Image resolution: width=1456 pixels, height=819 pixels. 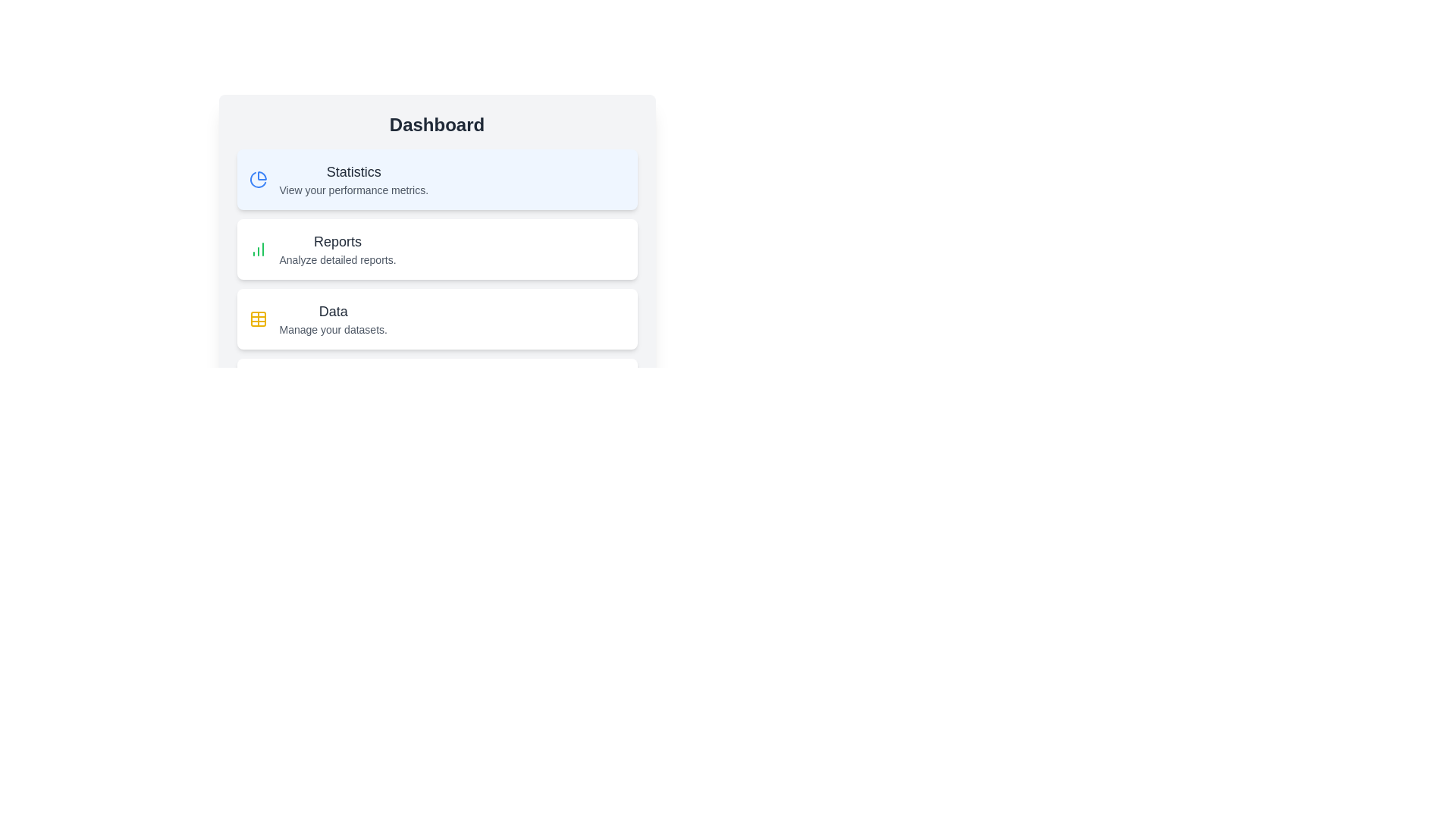 What do you see at coordinates (258, 178) in the screenshot?
I see `the section icon corresponding to Statistics` at bounding box center [258, 178].